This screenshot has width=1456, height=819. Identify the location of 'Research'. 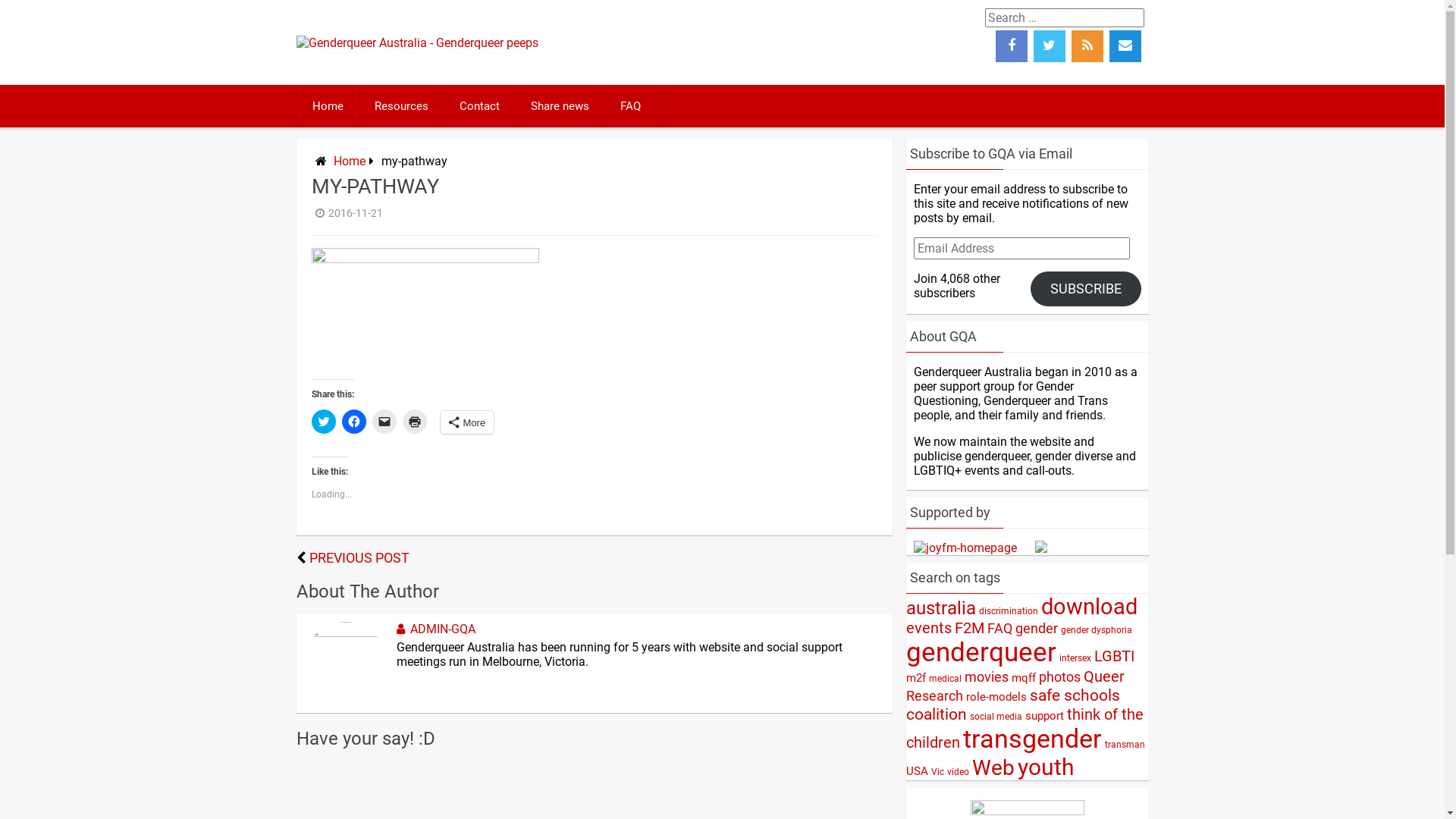
(933, 696).